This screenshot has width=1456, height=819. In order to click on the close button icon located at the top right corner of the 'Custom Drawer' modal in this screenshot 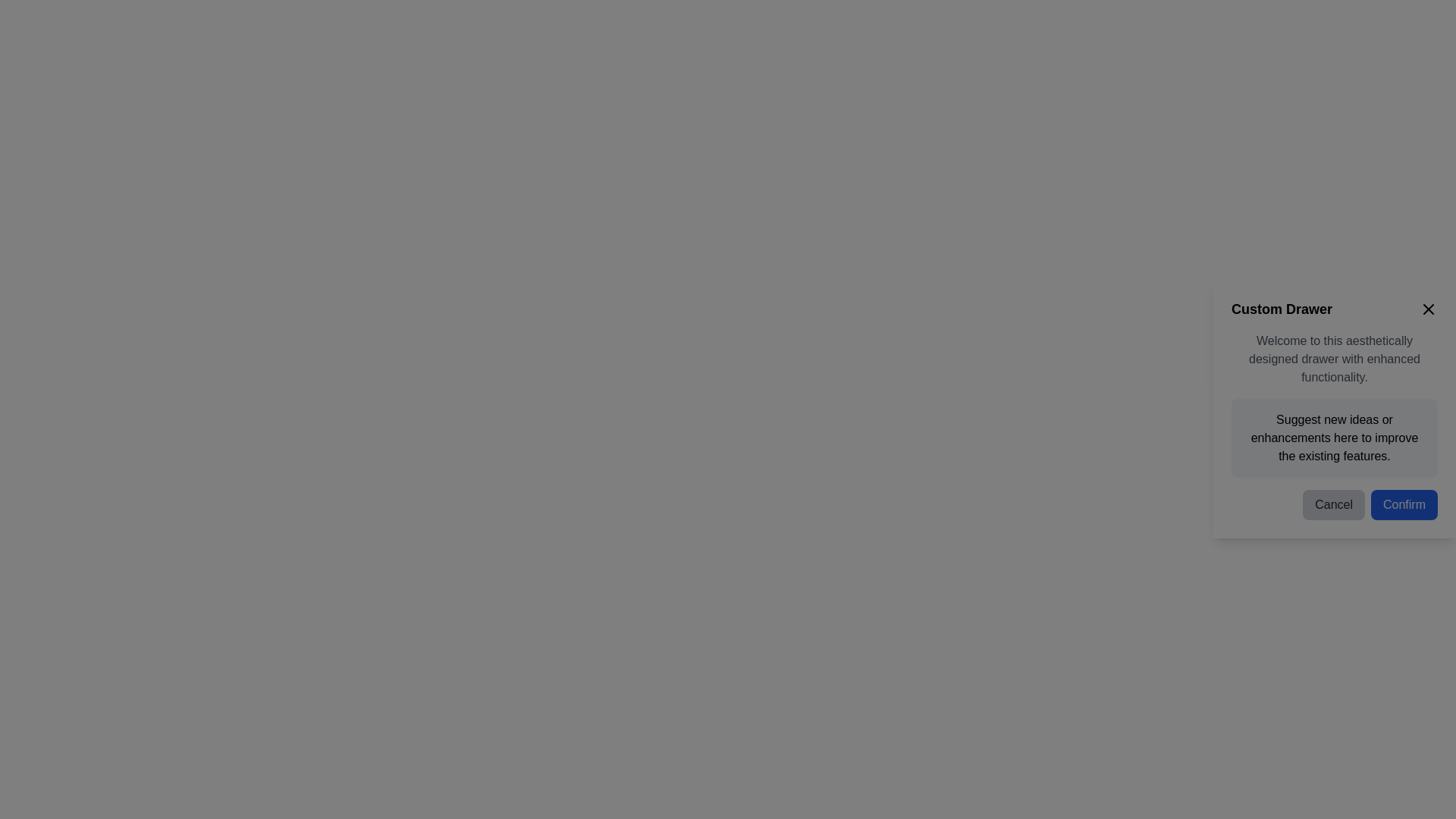, I will do `click(1427, 309)`.